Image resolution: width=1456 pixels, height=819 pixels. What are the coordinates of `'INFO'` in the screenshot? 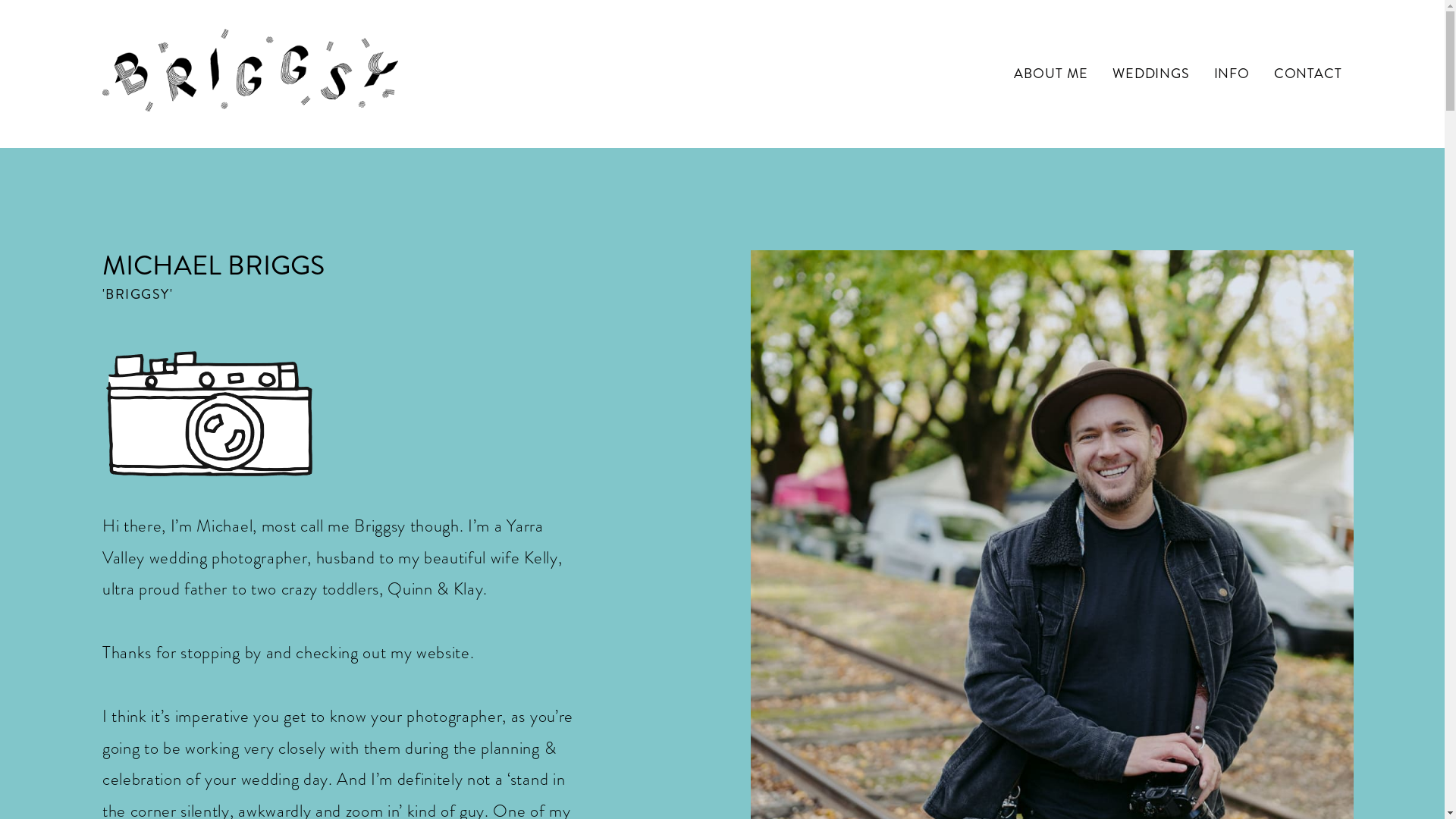 It's located at (1232, 74).